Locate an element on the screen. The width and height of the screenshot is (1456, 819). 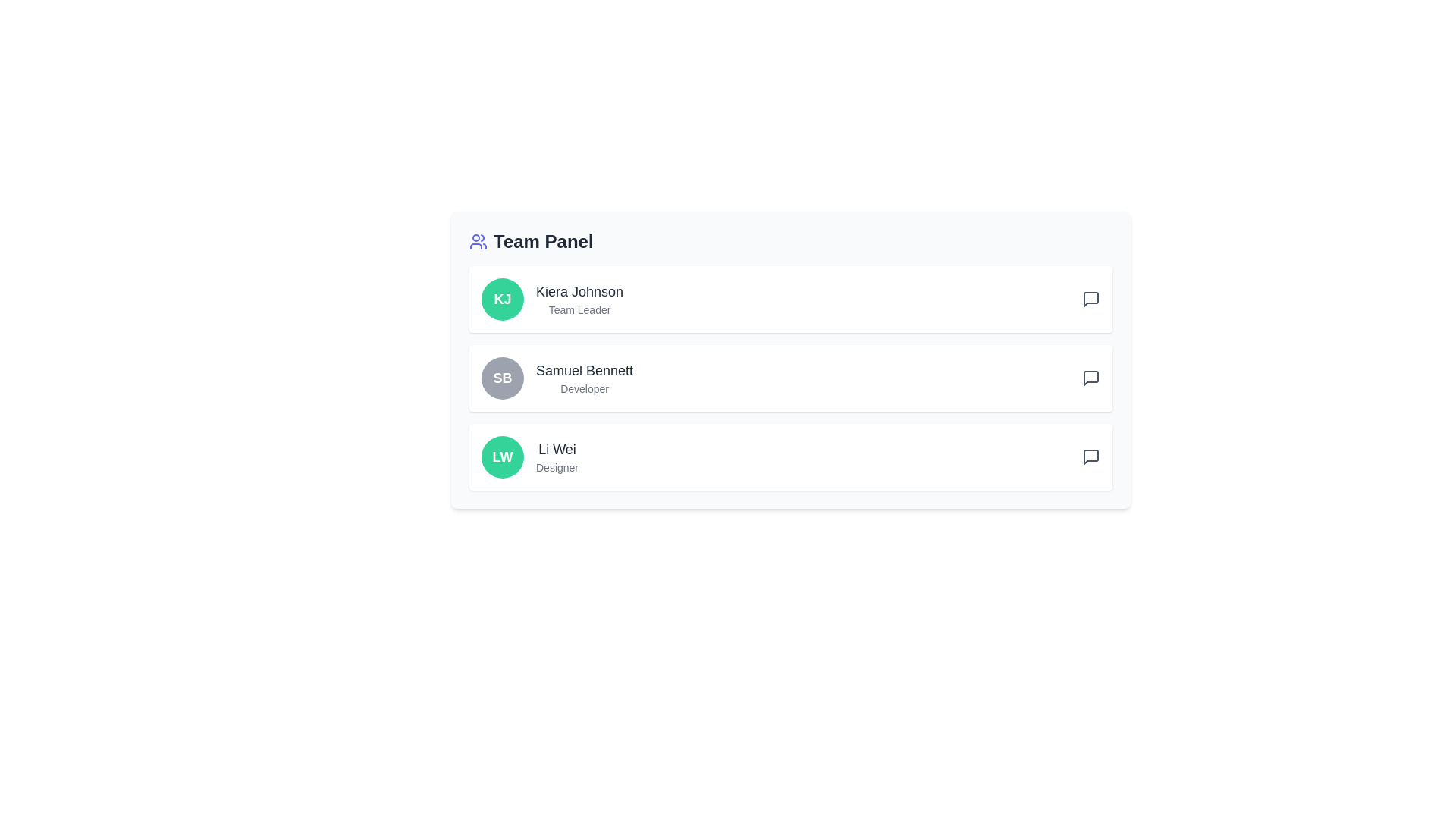
the messaging icon located at the end of the last row associated with 'Li Wei - Designer' in the 'Team Panel', positioned to the right of the text and user avatar is located at coordinates (1090, 456).